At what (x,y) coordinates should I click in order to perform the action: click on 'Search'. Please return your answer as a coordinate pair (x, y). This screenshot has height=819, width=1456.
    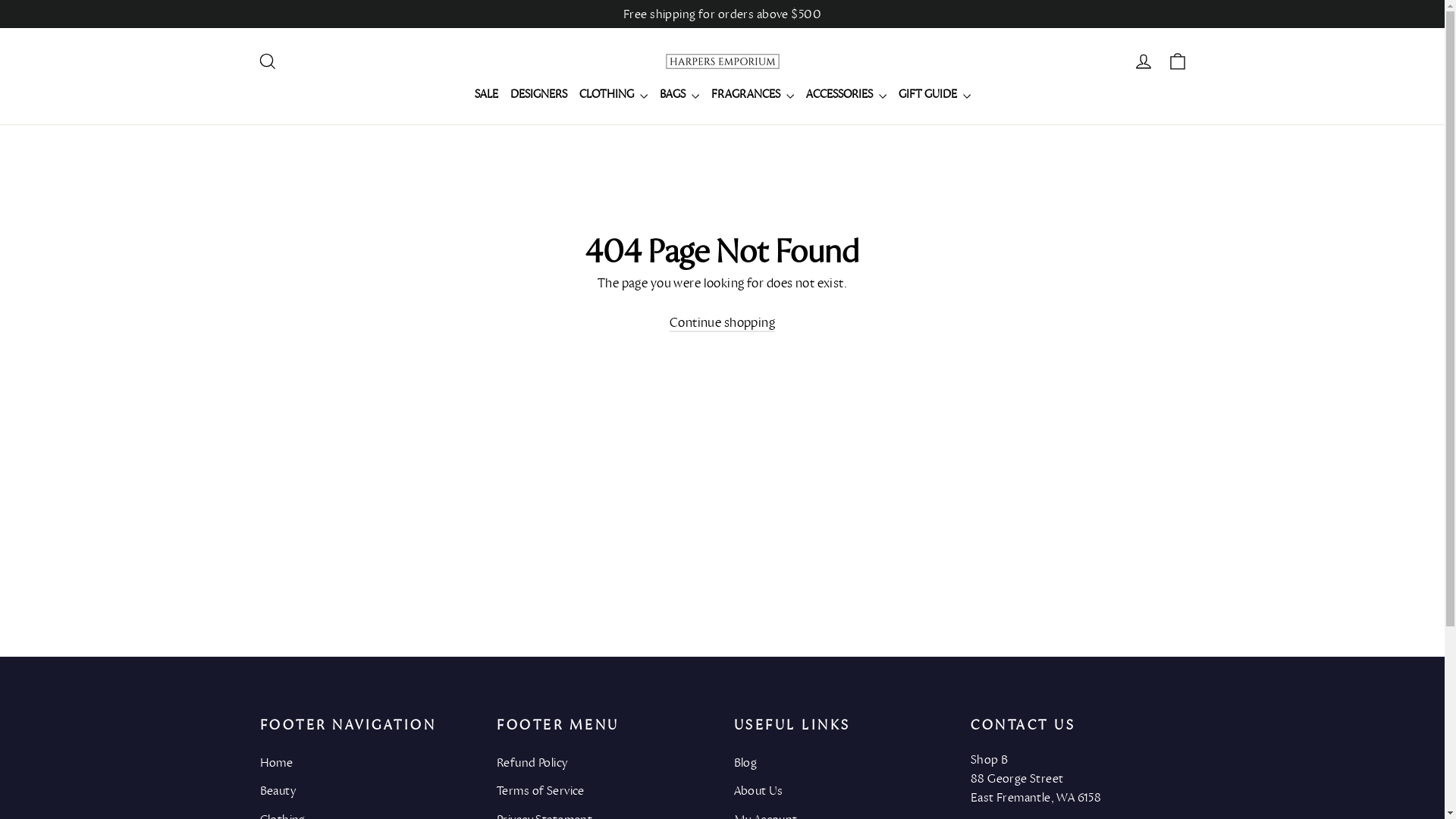
    Looking at the image, I should click on (250, 61).